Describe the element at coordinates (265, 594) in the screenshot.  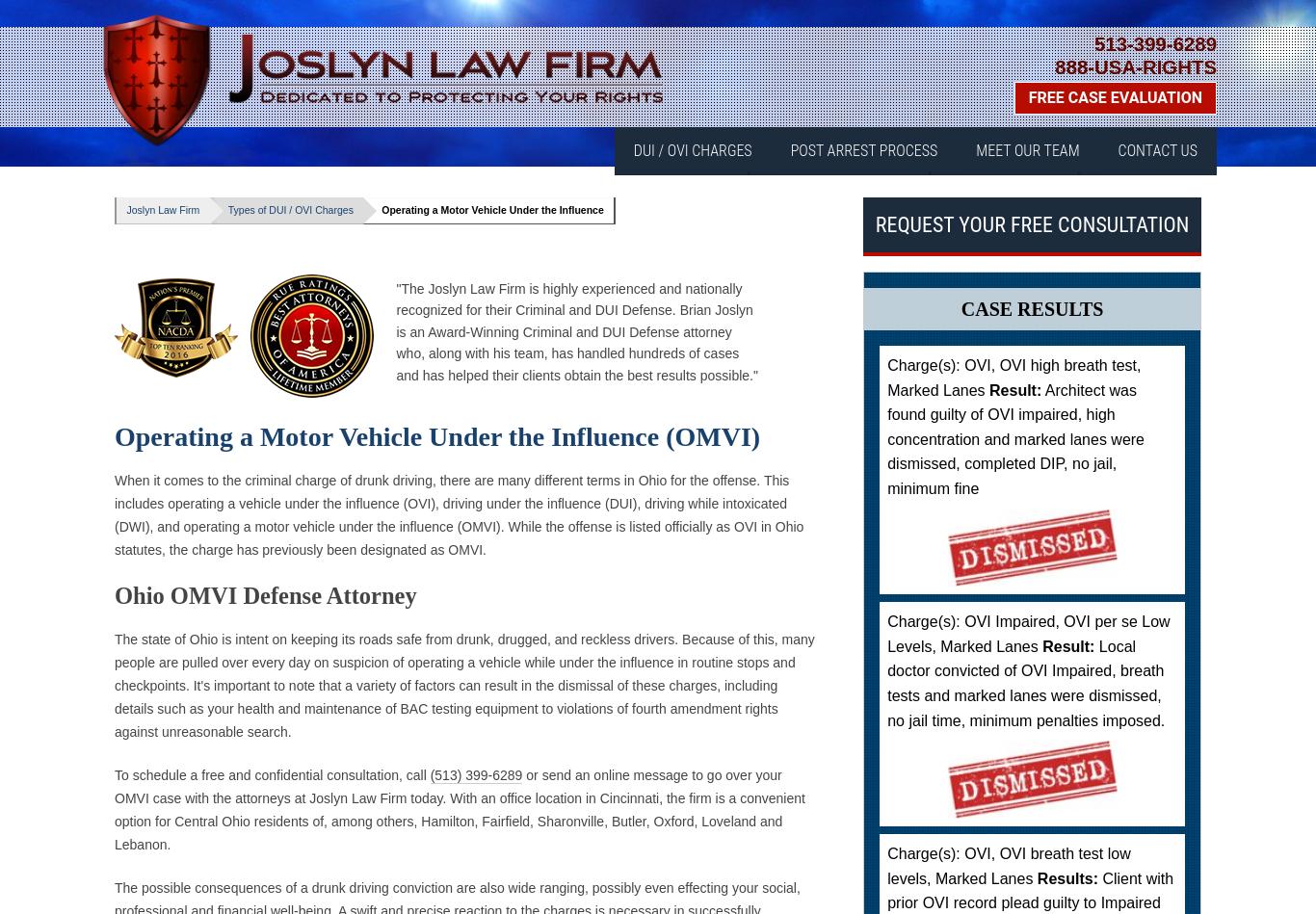
I see `'Ohio OMVI Defense Attorney'` at that location.